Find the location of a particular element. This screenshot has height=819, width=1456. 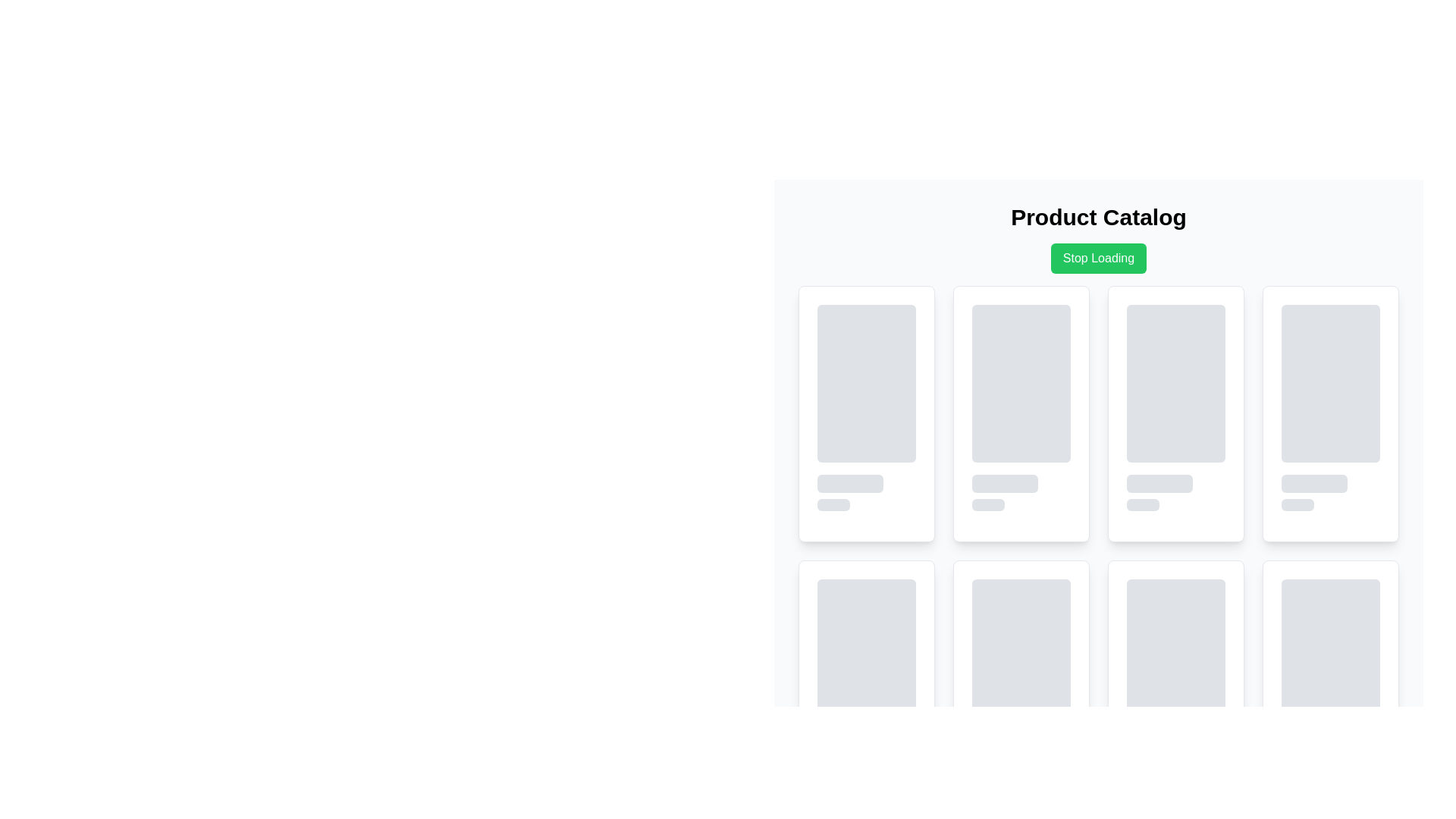

the possible link or button within the sixth card placeholder located on the far right of the second row in the grid layout is located at coordinates (1330, 688).